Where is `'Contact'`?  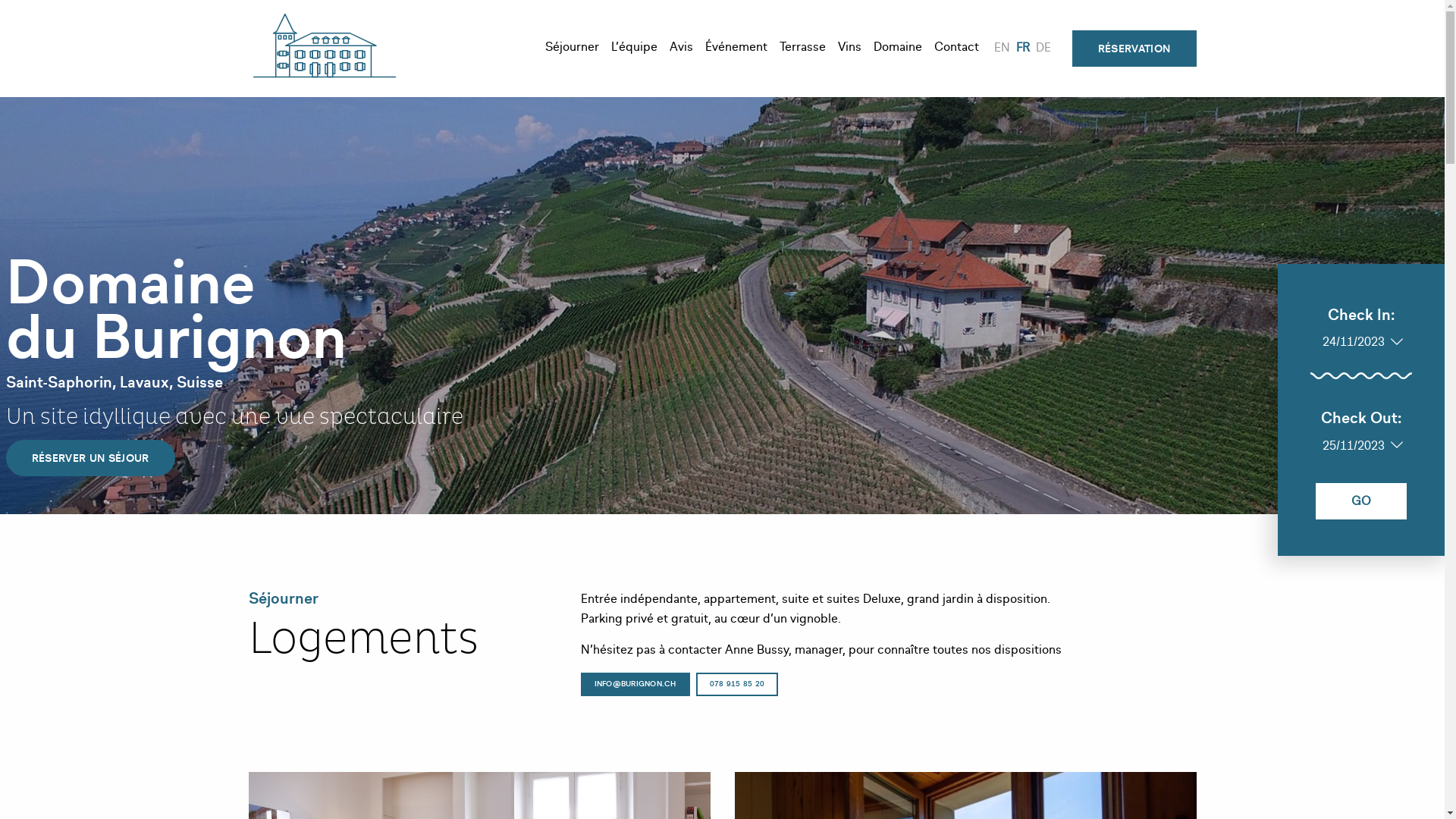
'Contact' is located at coordinates (955, 48).